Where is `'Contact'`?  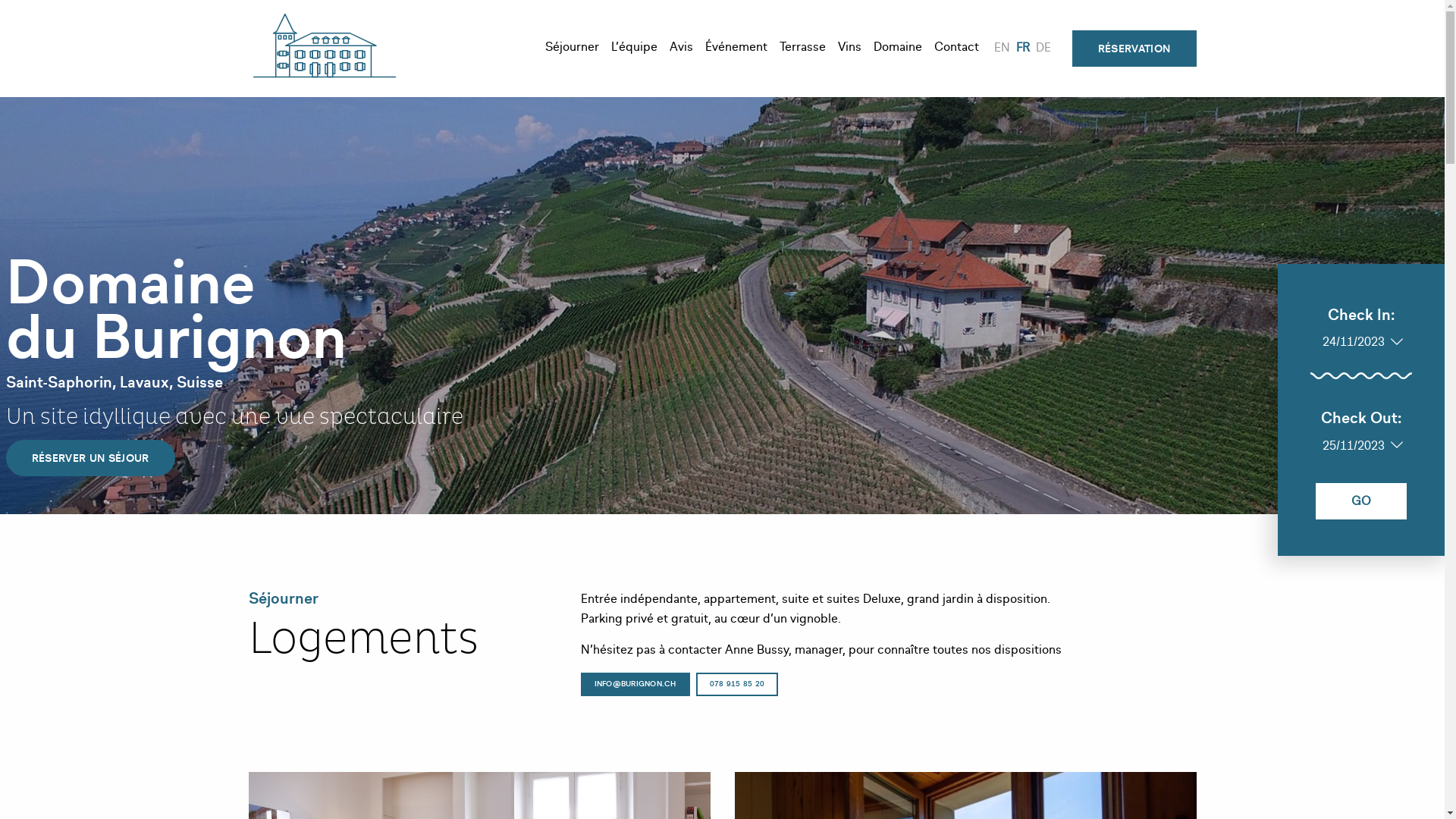
'Contact' is located at coordinates (955, 48).